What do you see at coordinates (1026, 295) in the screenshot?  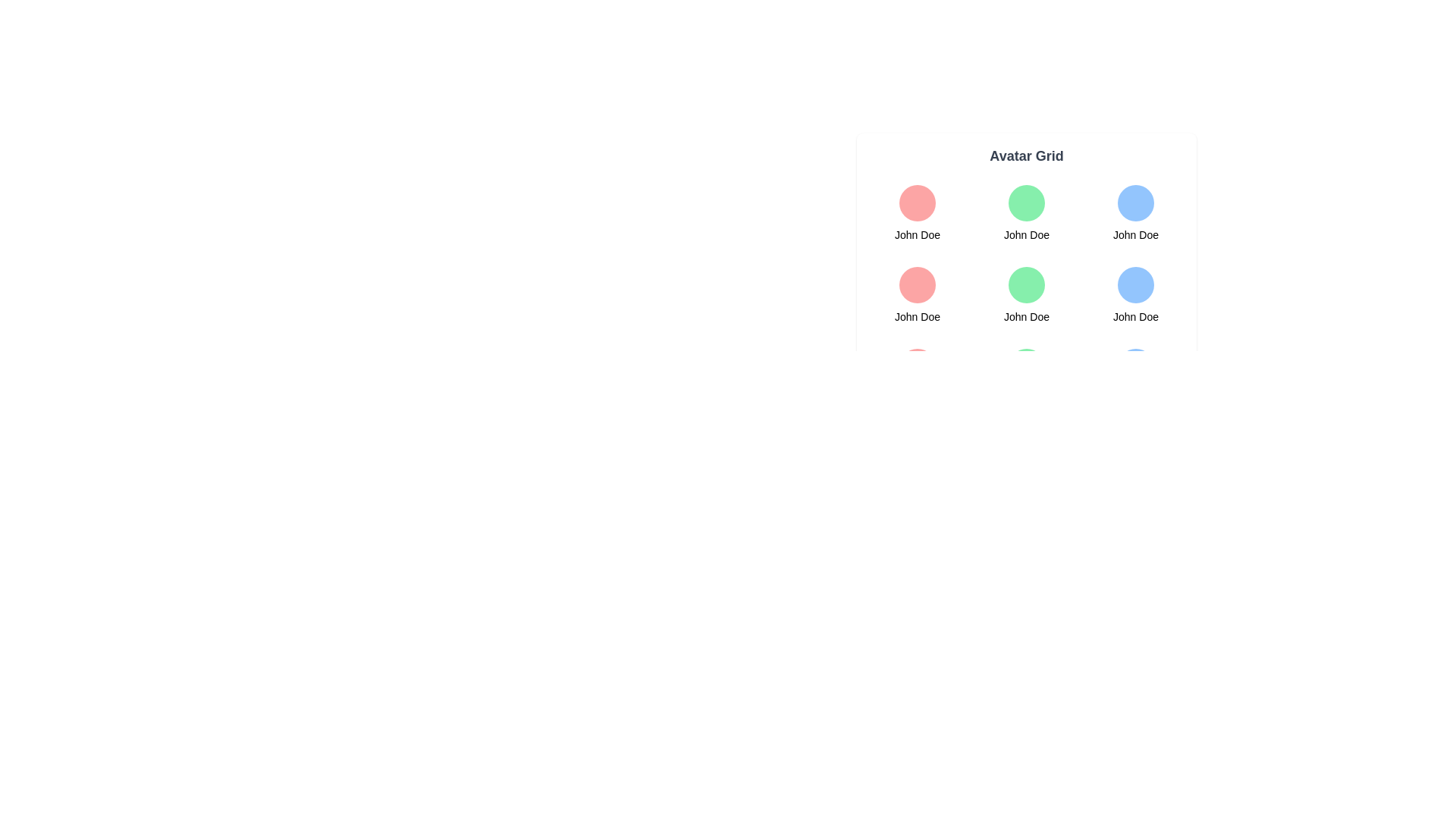 I see `the green circular avatar with the text 'John Doe' underneath it` at bounding box center [1026, 295].